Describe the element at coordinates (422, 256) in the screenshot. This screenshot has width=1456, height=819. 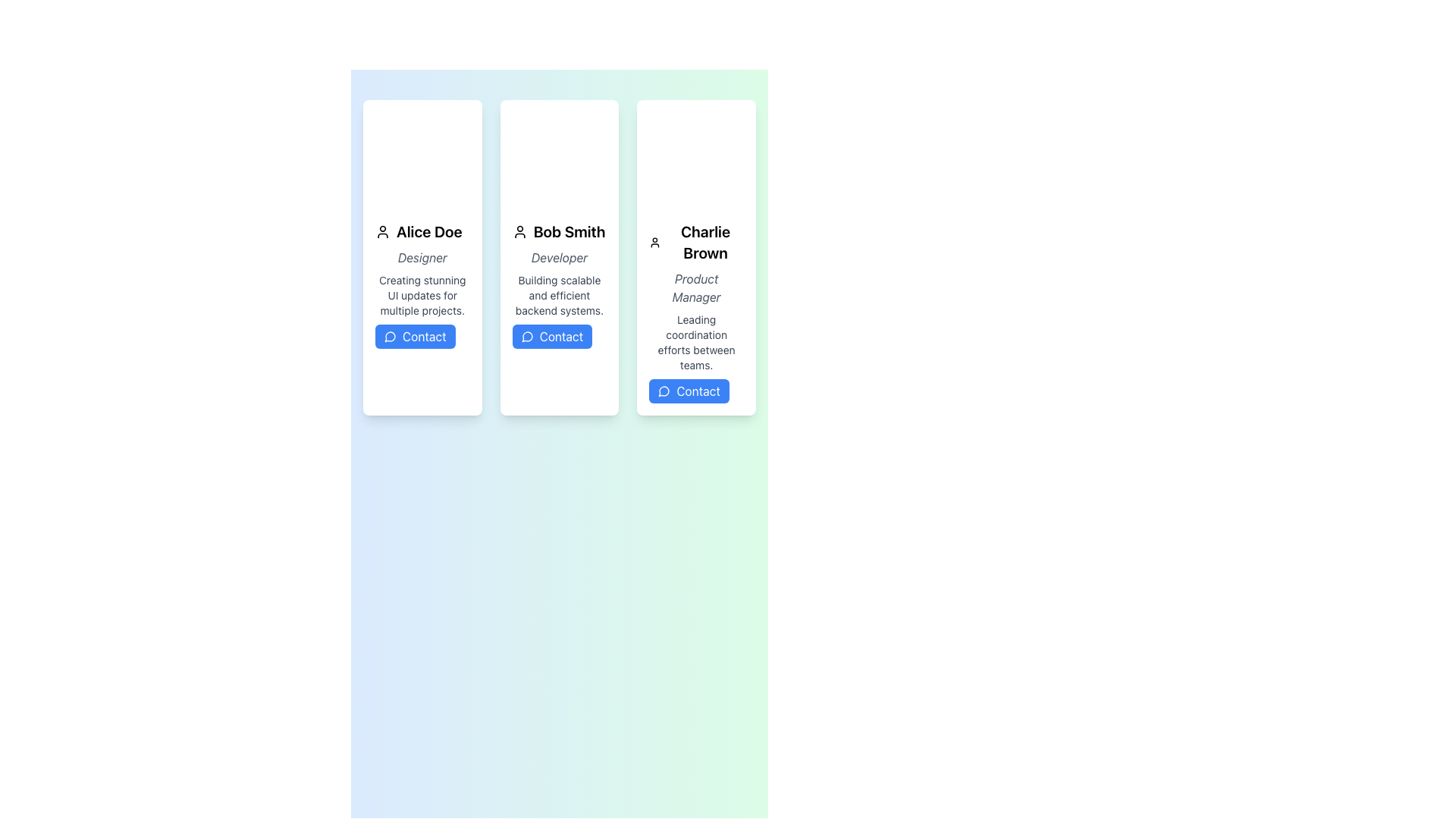
I see `the 'Designer' text label, which is displayed in gray italic font beneath the name 'Alice Doe' in the profile card layout` at that location.